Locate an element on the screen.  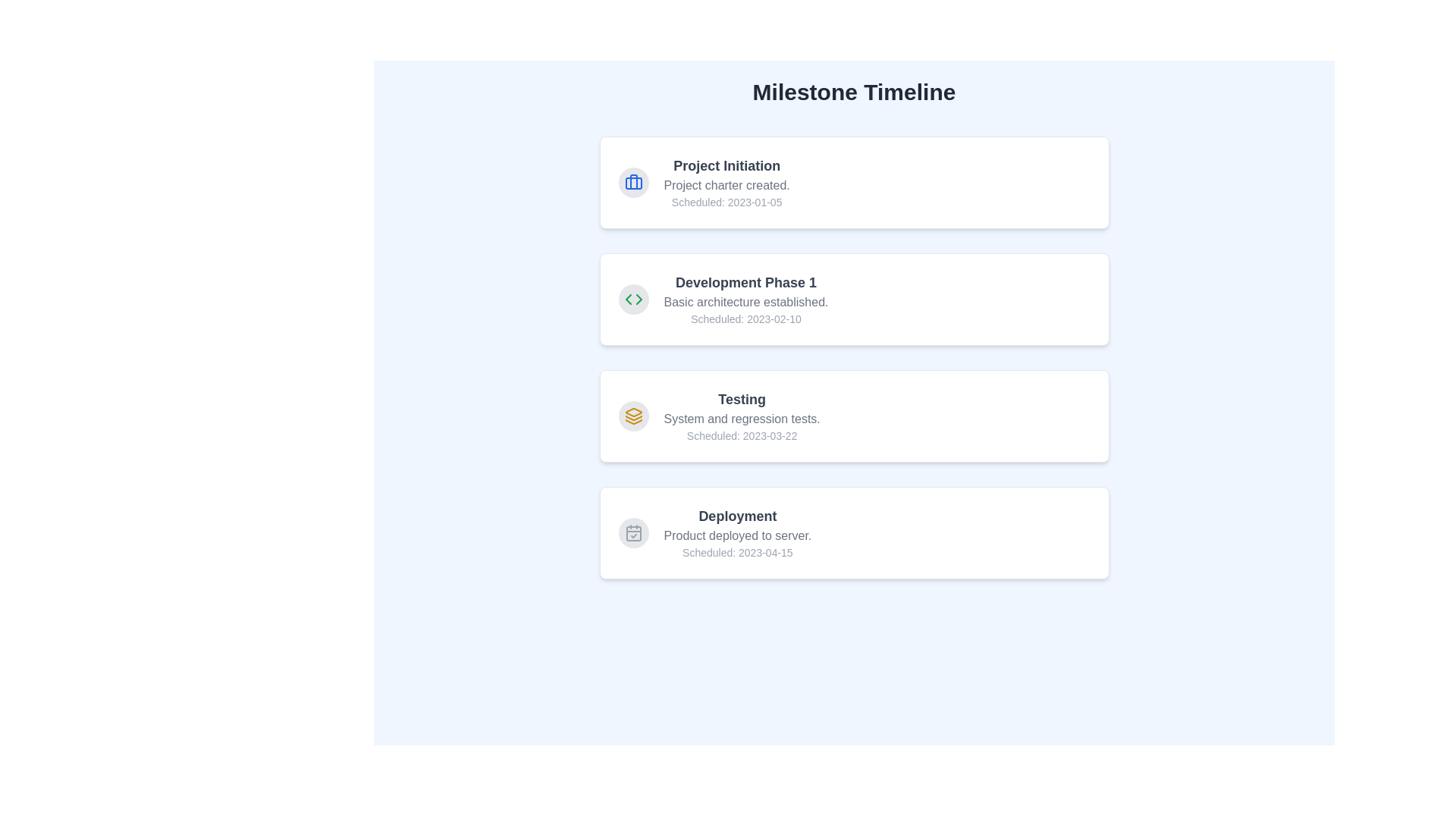
details of the milestone presented in the second Informational Card of the project timeline, located between the 'Project Initiation' card and the 'Testing' card is located at coordinates (854, 299).